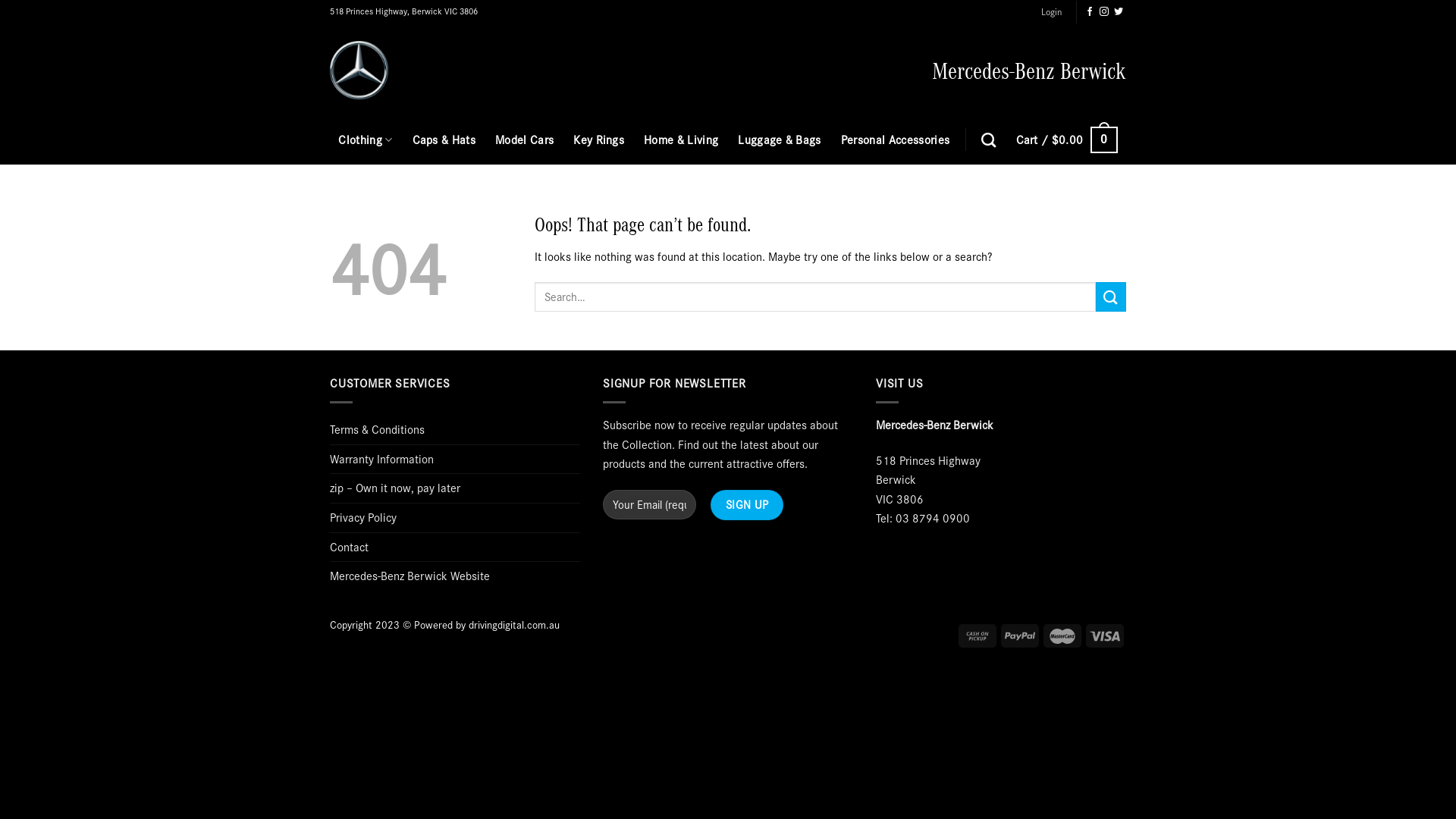 The height and width of the screenshot is (819, 1456). I want to click on 'Warranty Information', so click(381, 458).